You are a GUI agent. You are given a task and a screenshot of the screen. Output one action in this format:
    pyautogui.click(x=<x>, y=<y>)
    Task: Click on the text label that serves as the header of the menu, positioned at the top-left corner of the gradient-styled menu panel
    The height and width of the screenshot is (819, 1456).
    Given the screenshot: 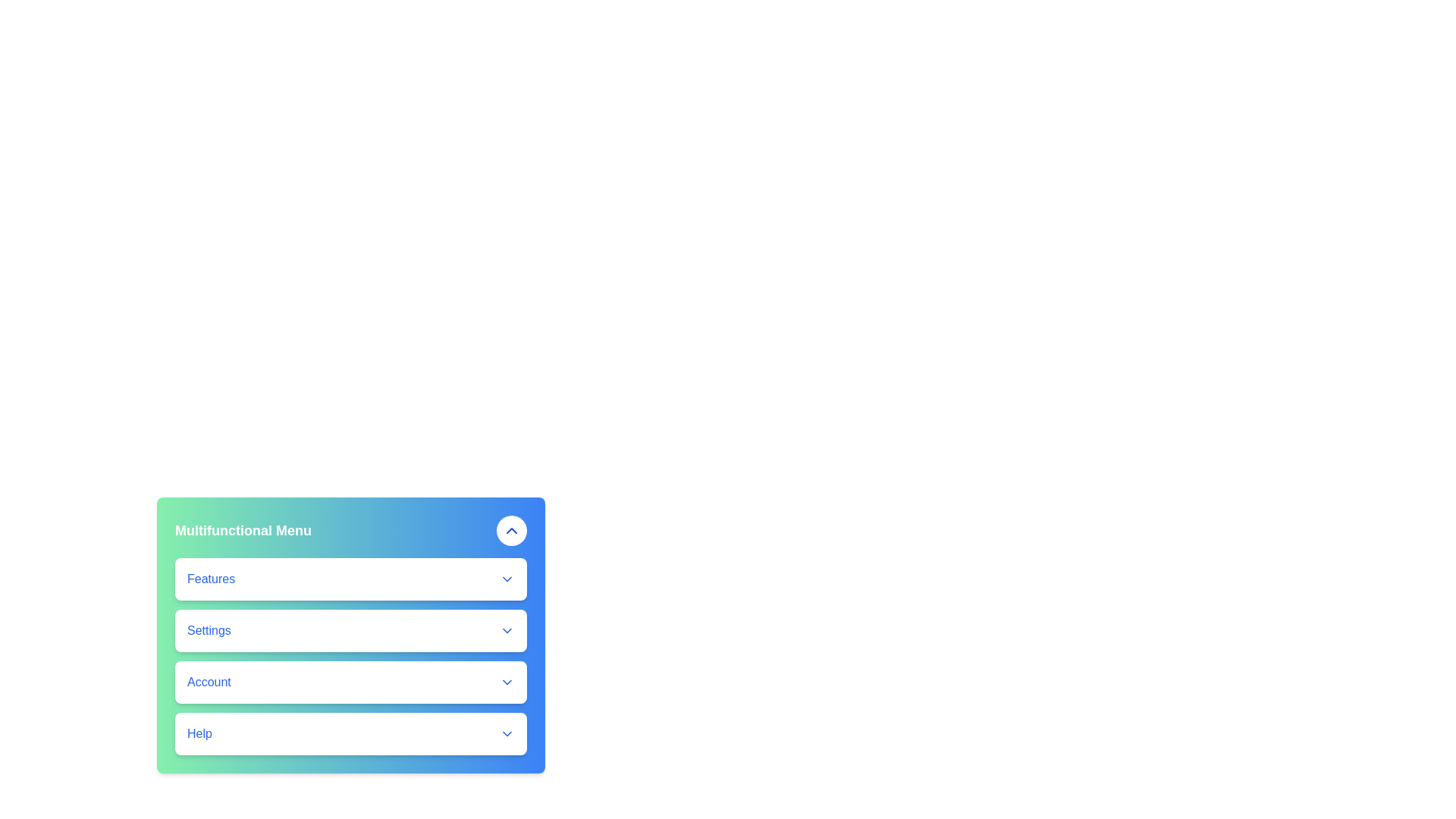 What is the action you would take?
    pyautogui.click(x=243, y=529)
    